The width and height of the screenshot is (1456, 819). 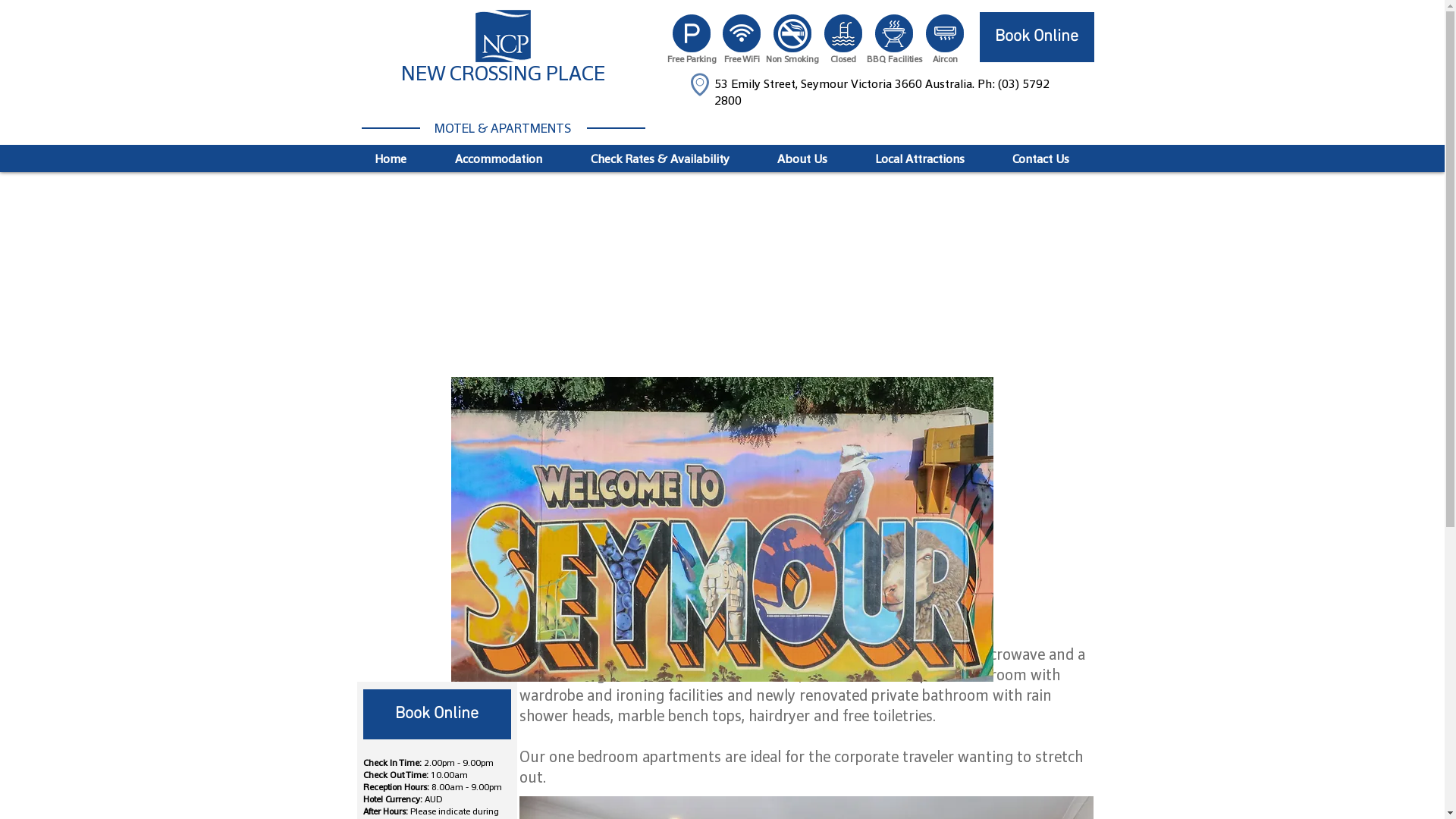 What do you see at coordinates (659, 158) in the screenshot?
I see `'Check Rates & Availability'` at bounding box center [659, 158].